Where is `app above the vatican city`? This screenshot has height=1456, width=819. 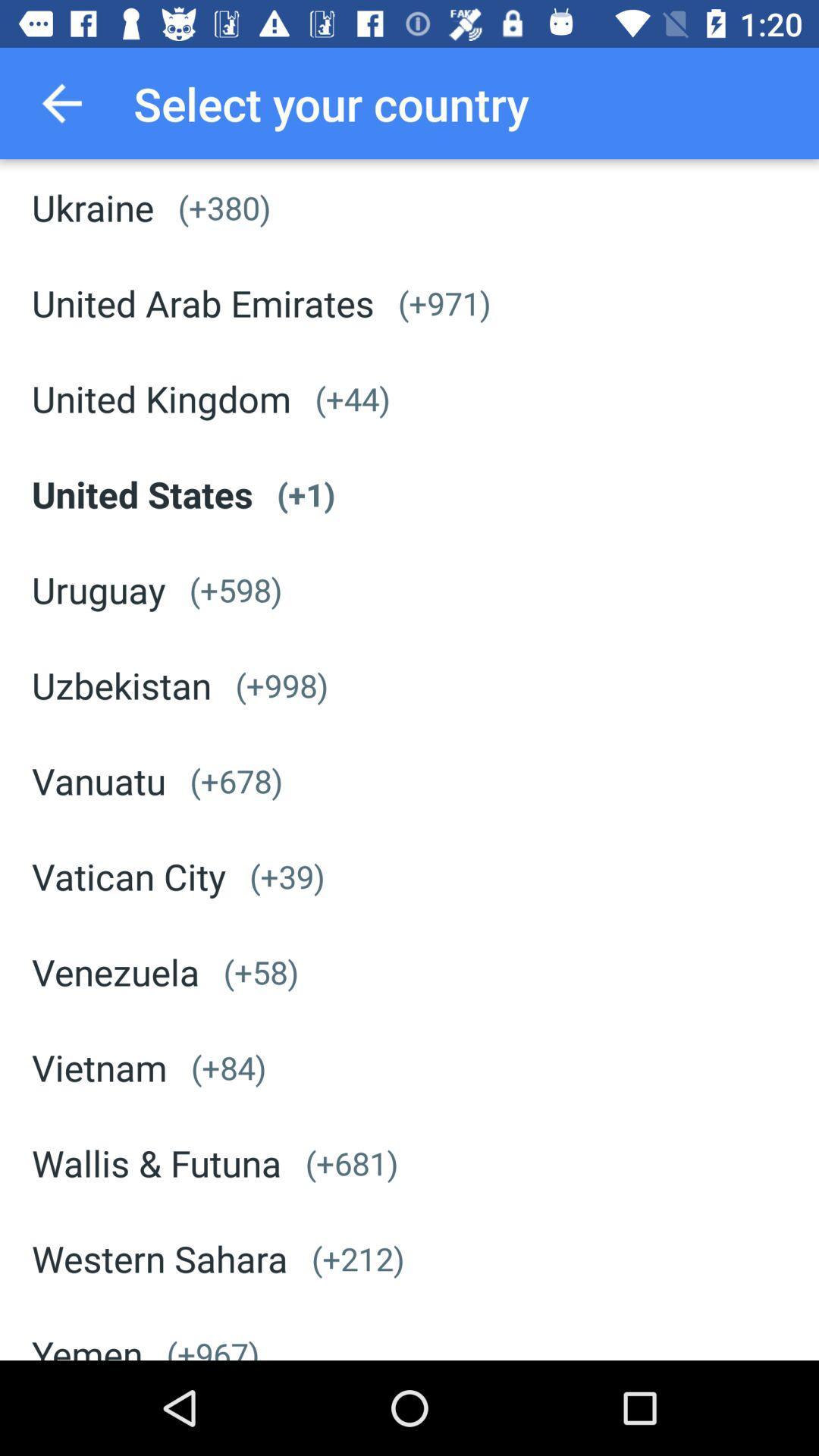
app above the vatican city is located at coordinates (99, 780).